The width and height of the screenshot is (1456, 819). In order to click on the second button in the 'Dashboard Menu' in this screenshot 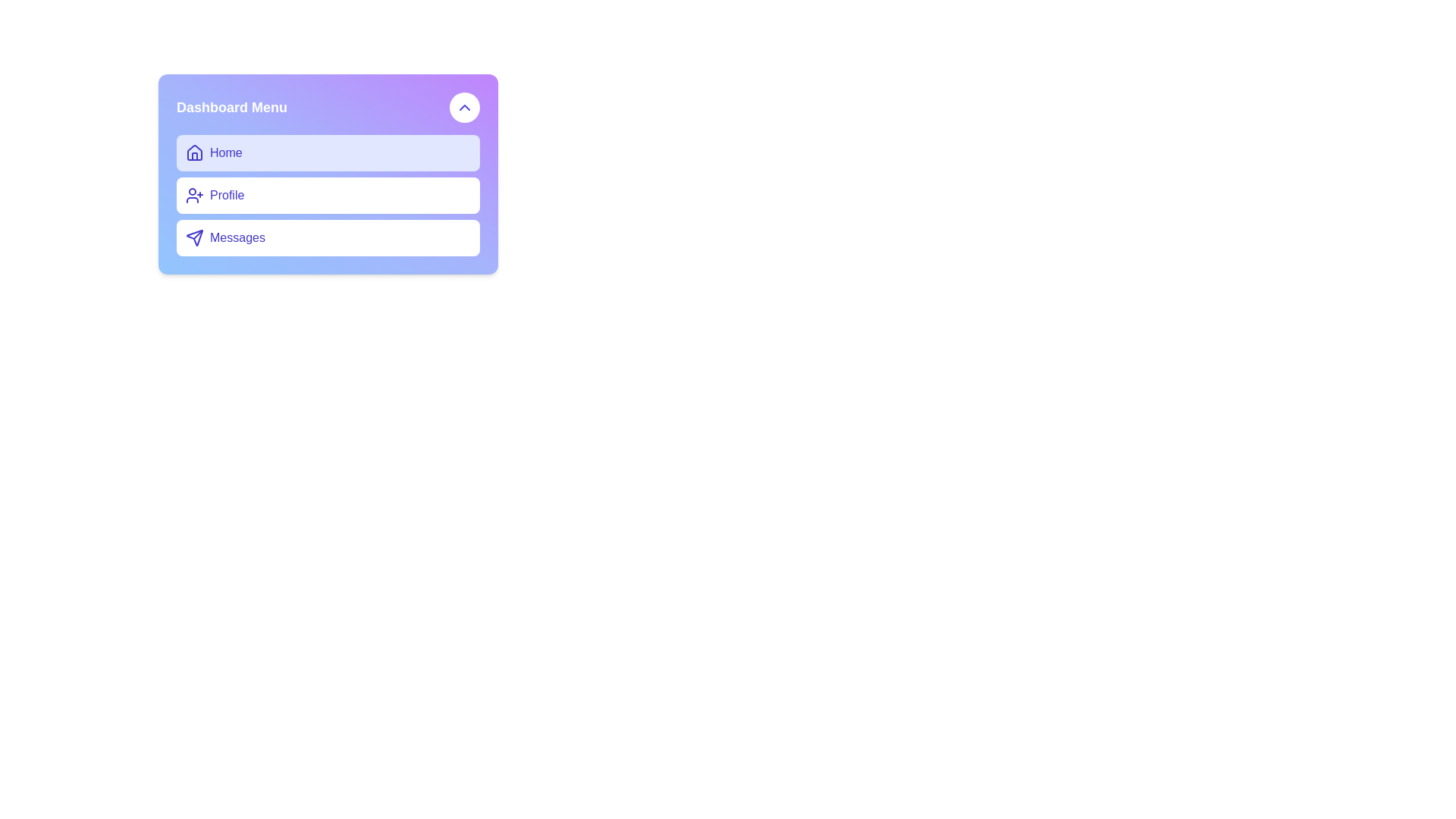, I will do `click(327, 195)`.